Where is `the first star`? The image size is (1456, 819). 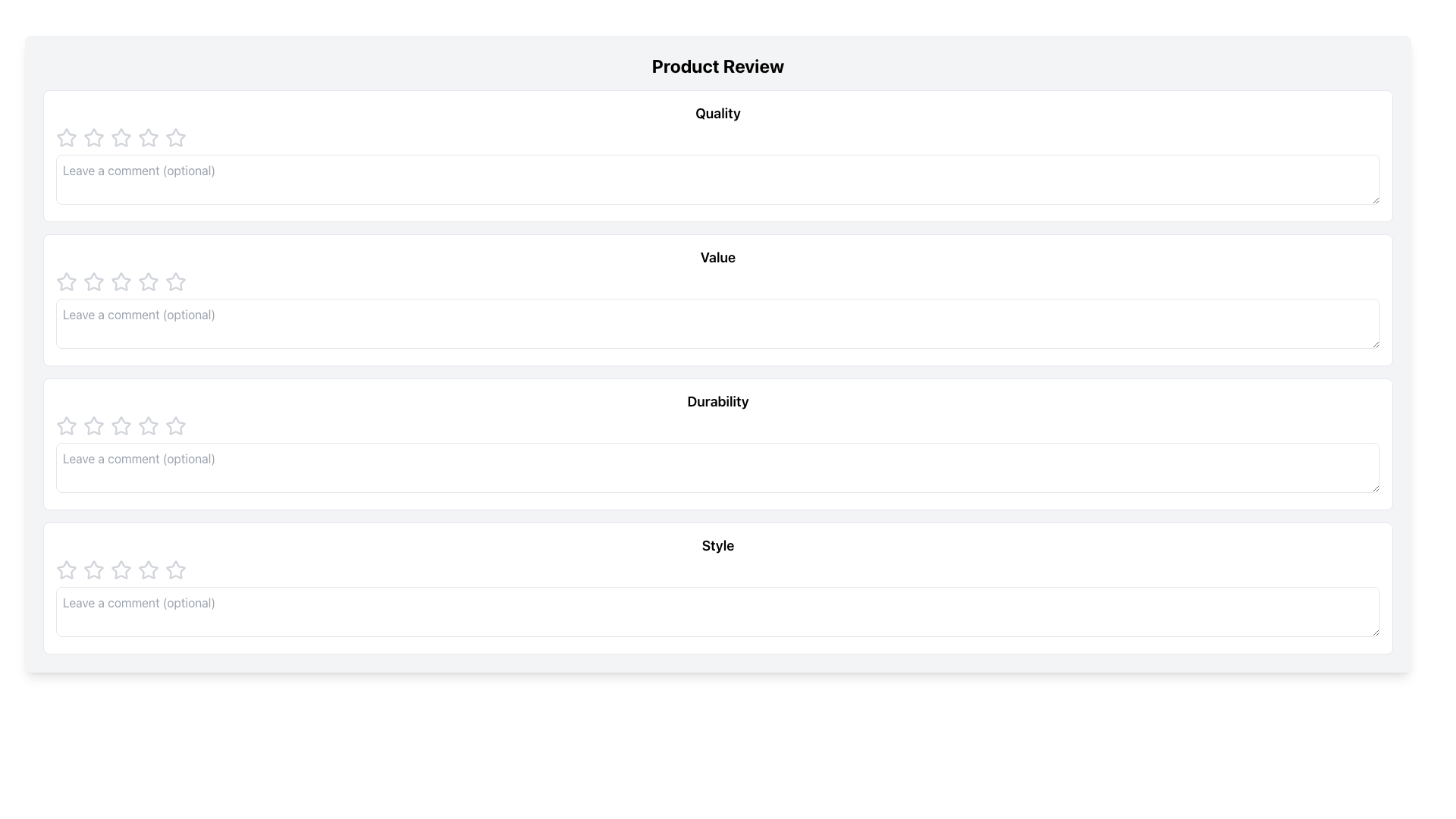
the first star is located at coordinates (65, 570).